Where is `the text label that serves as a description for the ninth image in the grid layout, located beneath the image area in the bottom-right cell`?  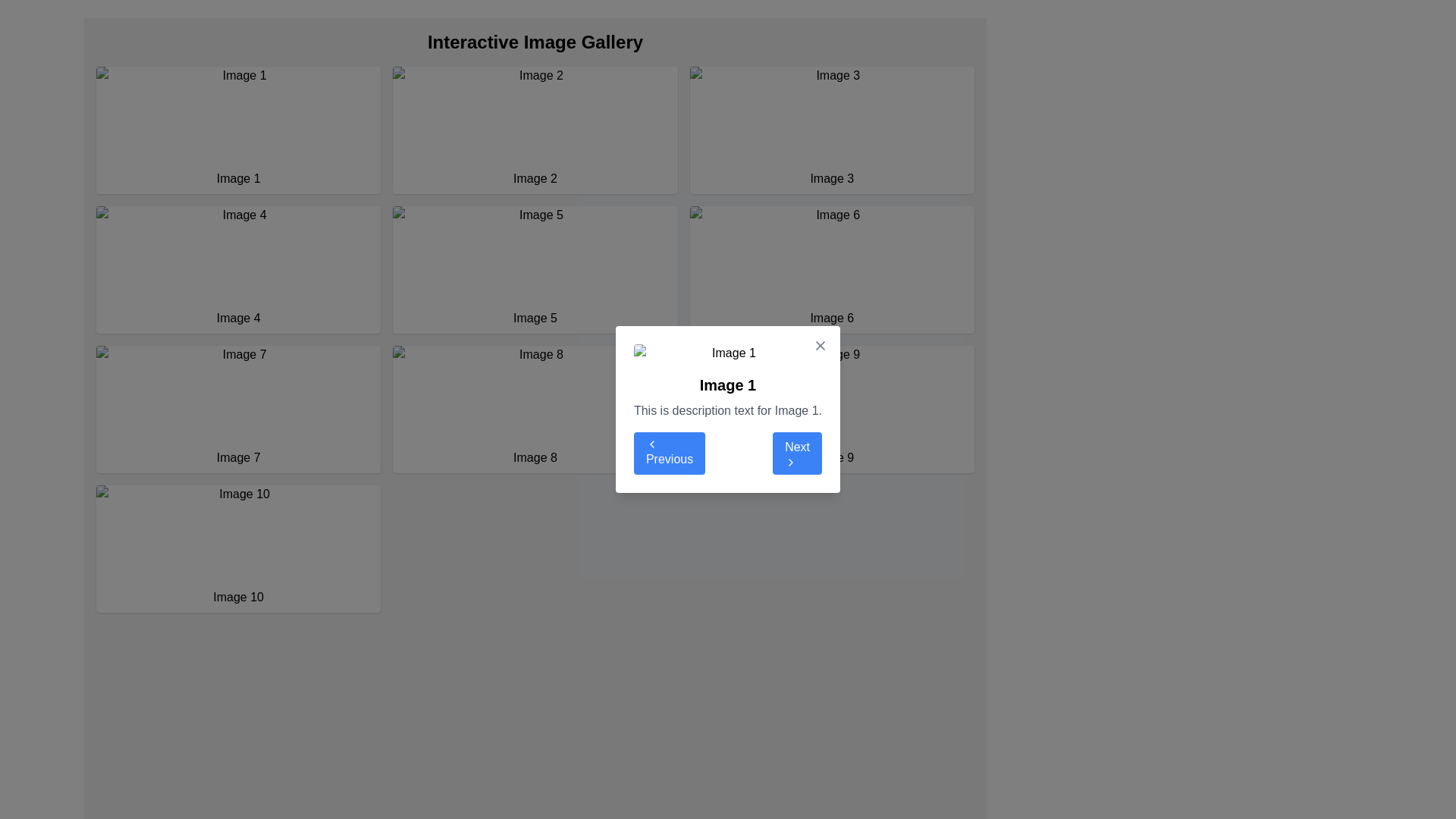
the text label that serves as a description for the ninth image in the grid layout, located beneath the image area in the bottom-right cell is located at coordinates (831, 457).